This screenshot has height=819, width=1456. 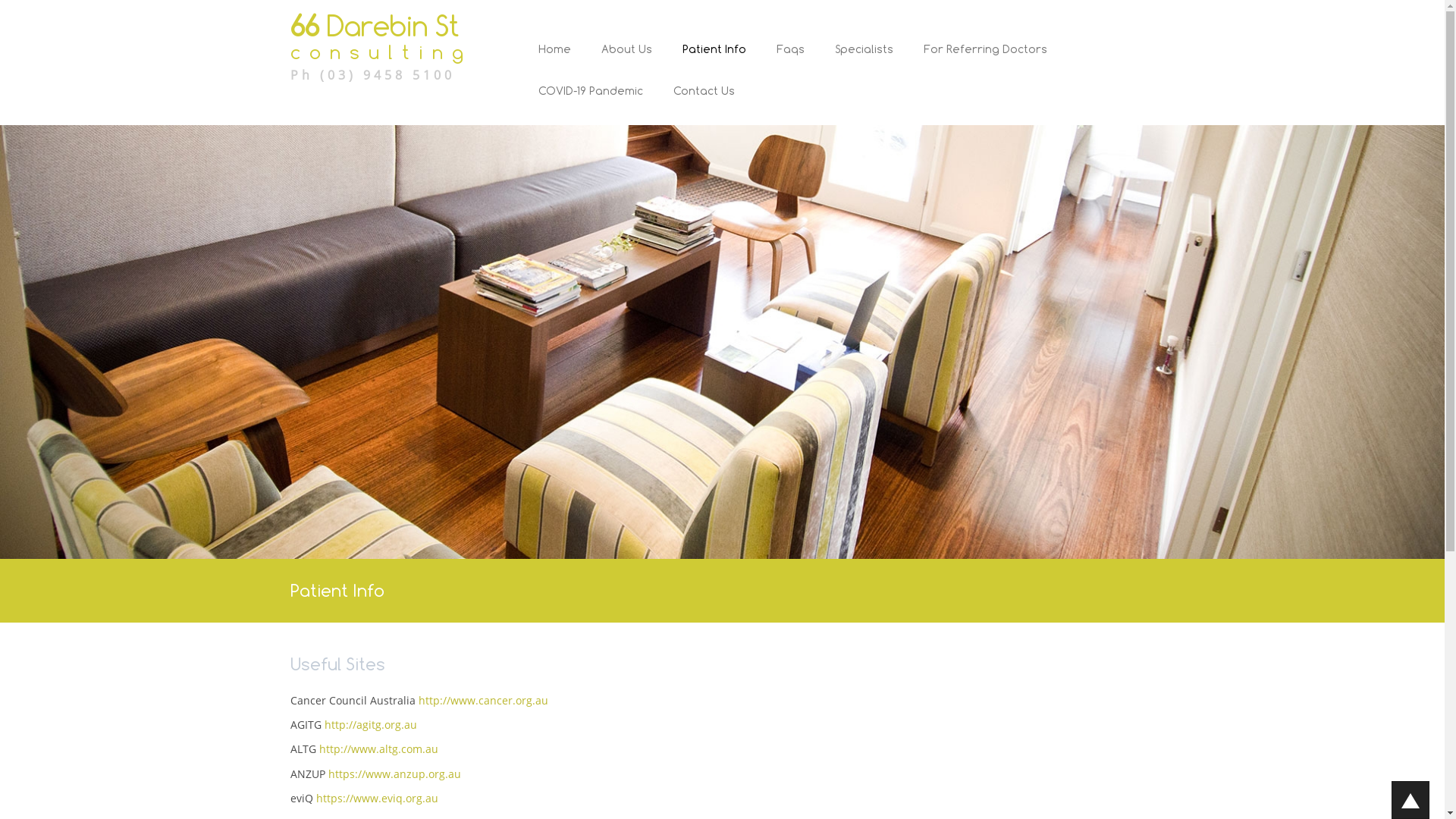 What do you see at coordinates (394, 773) in the screenshot?
I see `'https://www.anzup.org.au'` at bounding box center [394, 773].